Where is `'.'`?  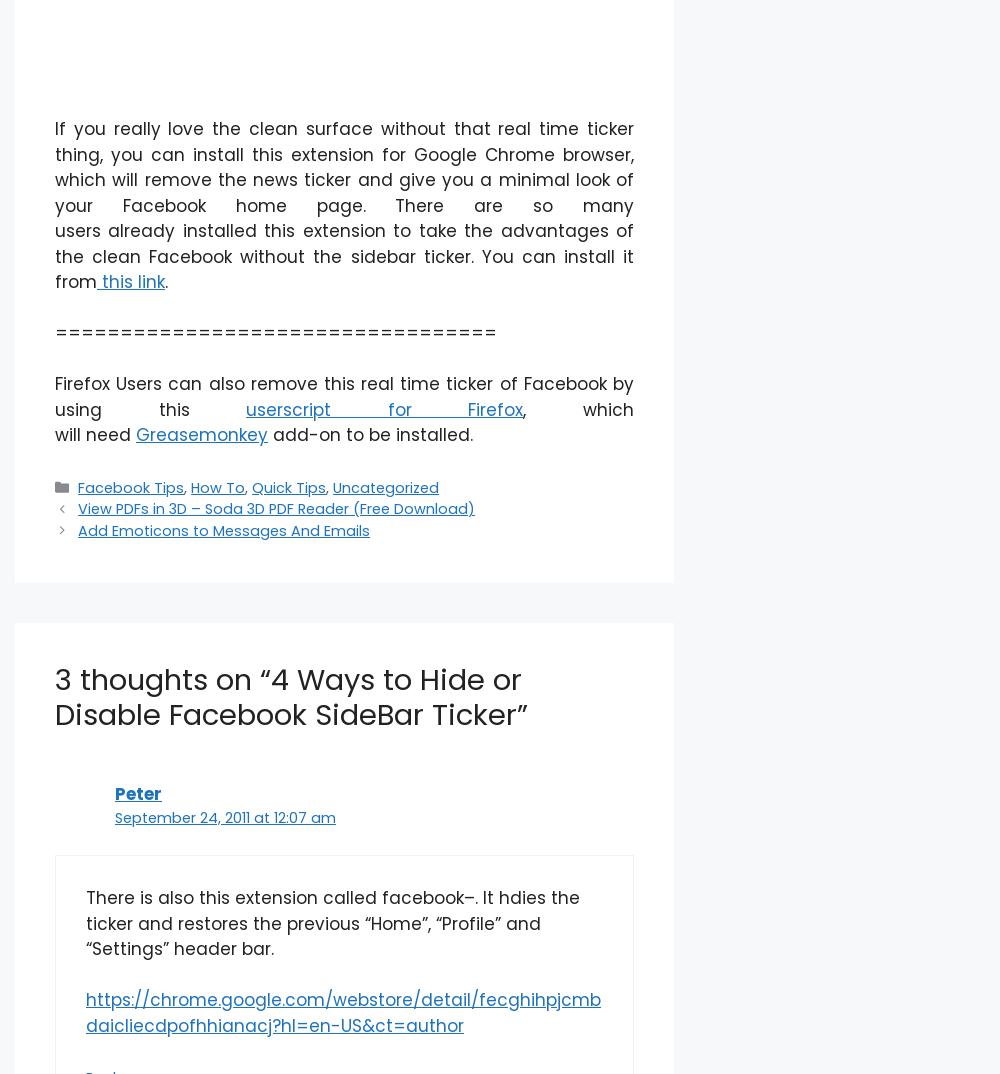 '.' is located at coordinates (166, 282).